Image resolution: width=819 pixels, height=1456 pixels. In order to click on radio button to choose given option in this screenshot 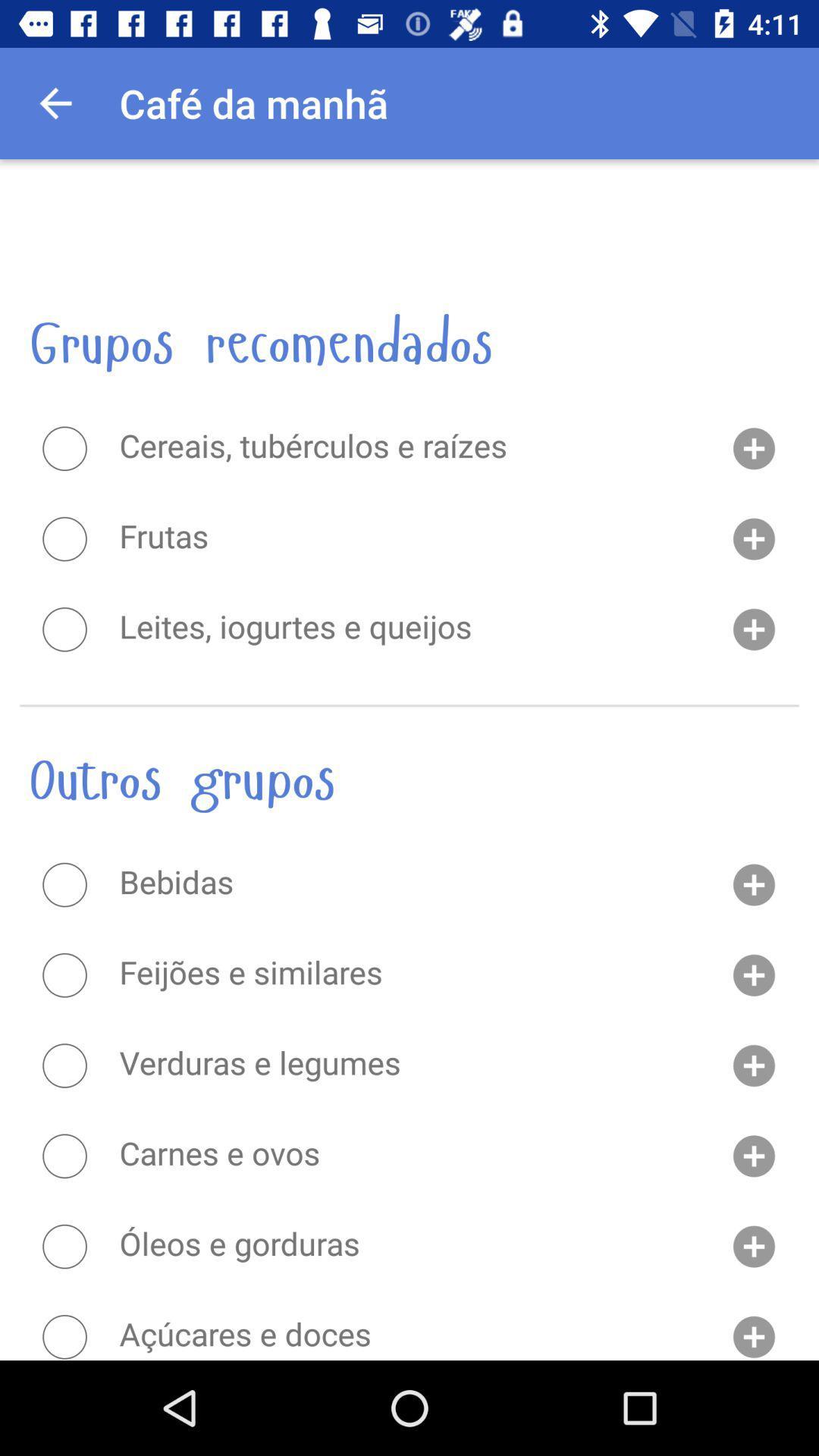, I will do `click(64, 629)`.